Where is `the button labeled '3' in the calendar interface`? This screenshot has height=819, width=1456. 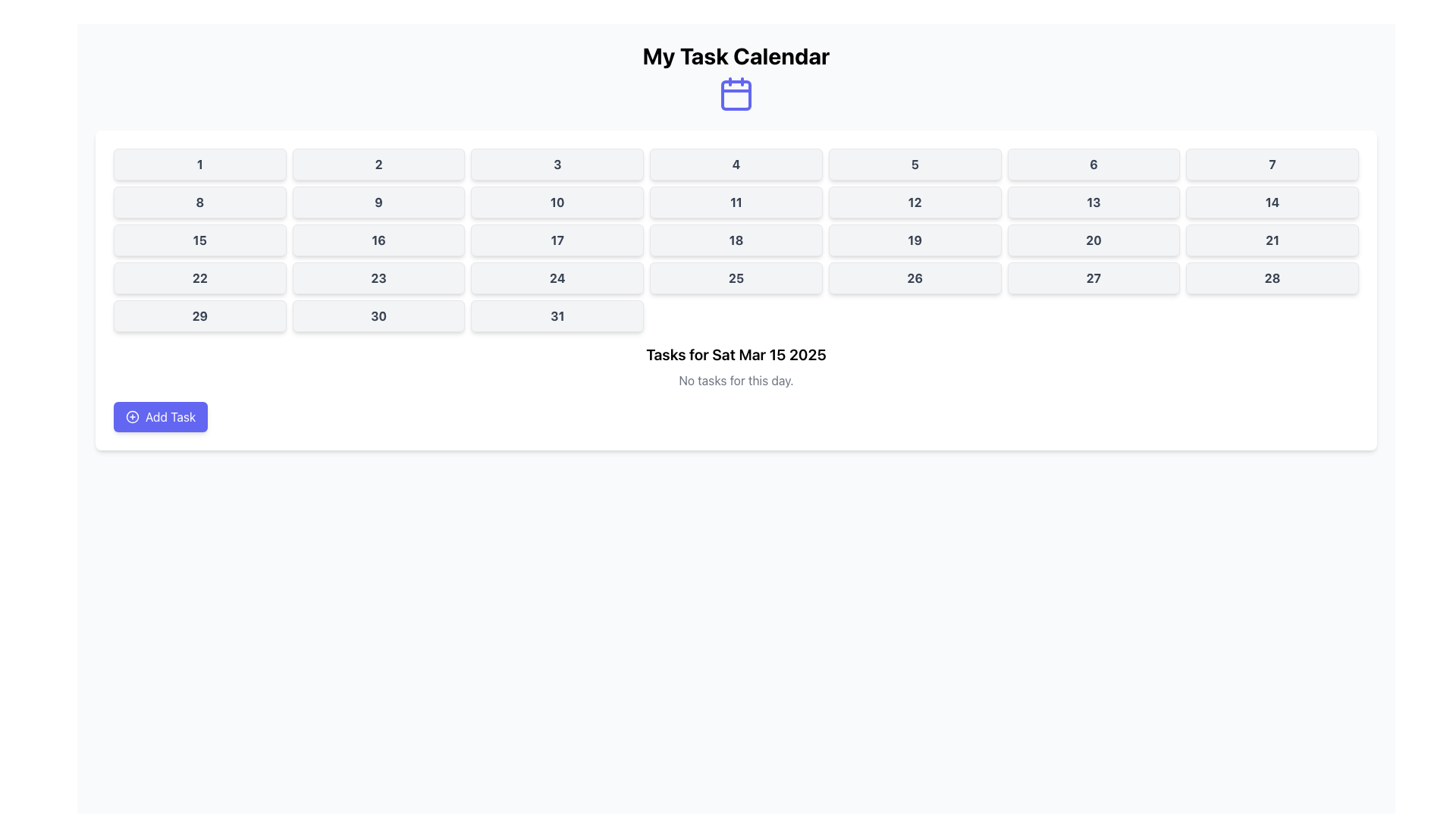
the button labeled '3' in the calendar interface is located at coordinates (557, 164).